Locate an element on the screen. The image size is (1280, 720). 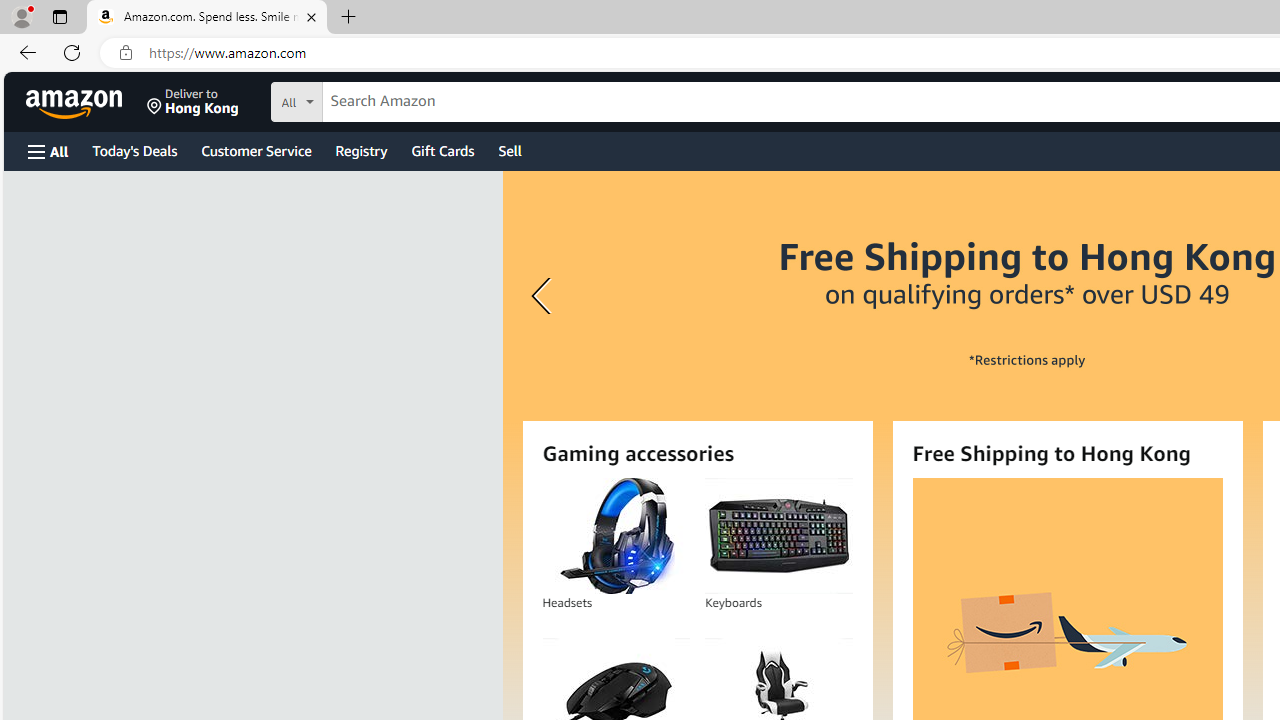
'Gift Cards' is located at coordinates (441, 149).